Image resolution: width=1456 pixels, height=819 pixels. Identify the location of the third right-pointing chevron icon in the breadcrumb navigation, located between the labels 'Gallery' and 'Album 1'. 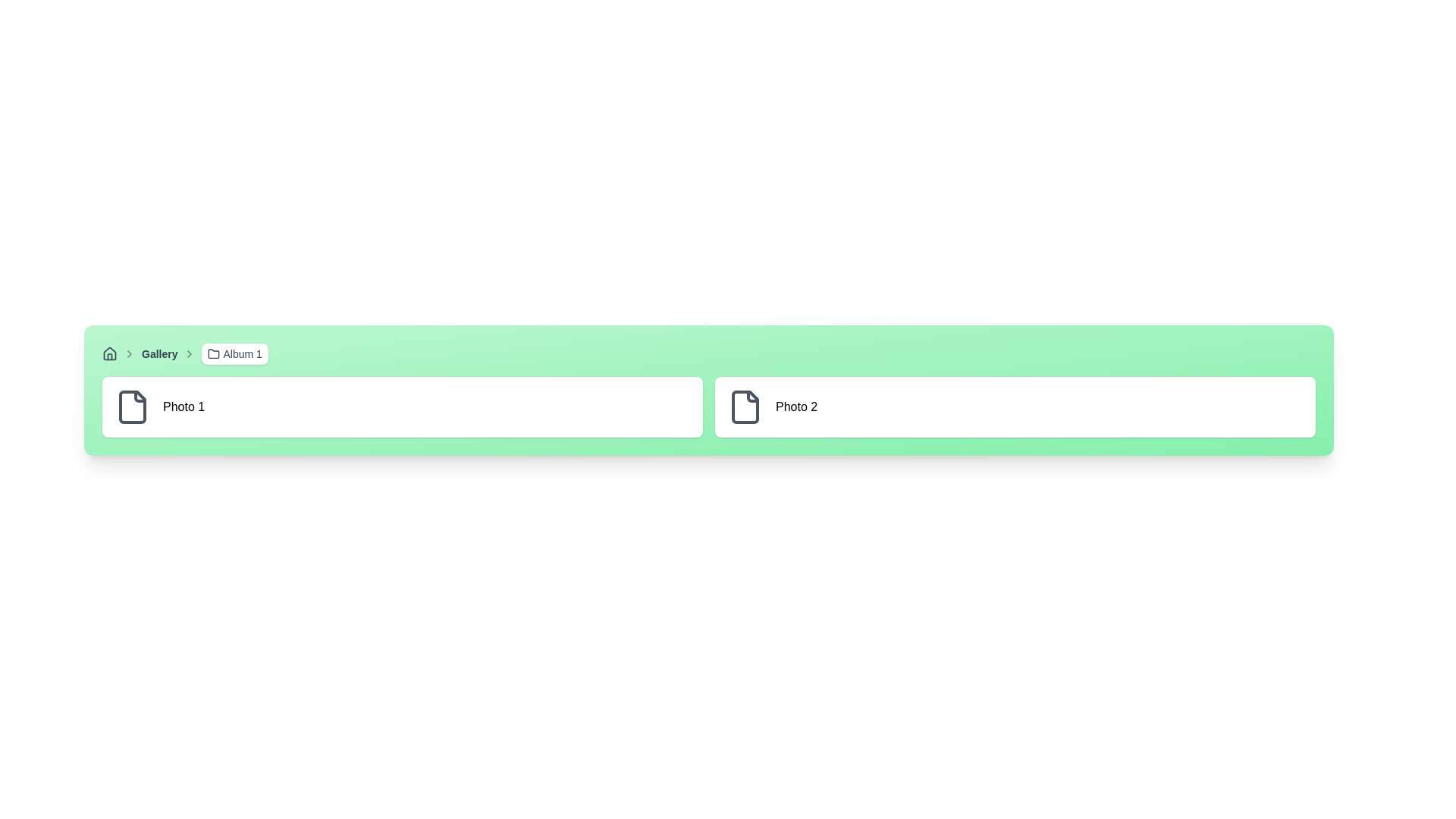
(189, 353).